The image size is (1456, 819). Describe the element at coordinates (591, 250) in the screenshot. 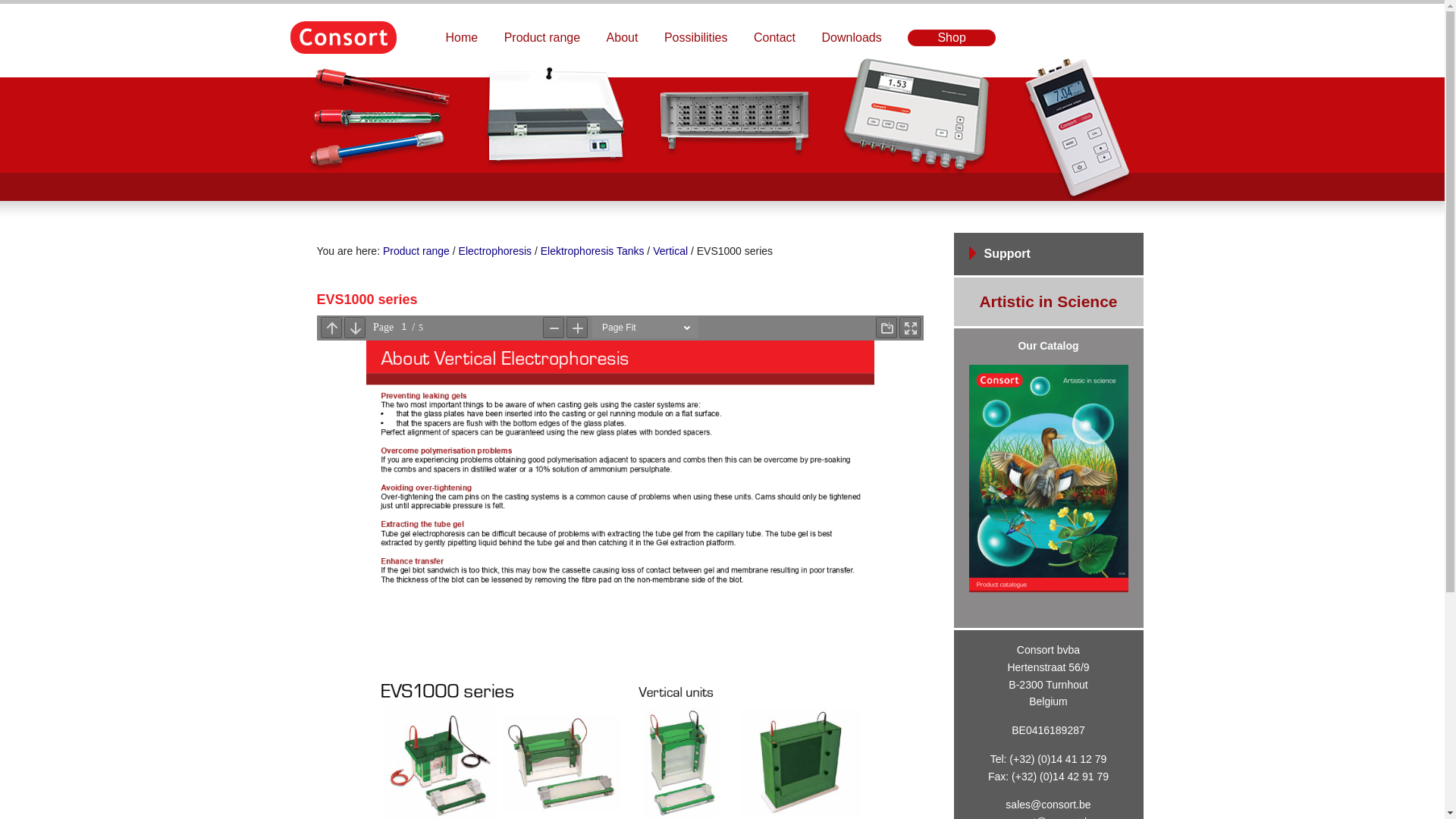

I see `'Elektrophoresis Tanks'` at that location.